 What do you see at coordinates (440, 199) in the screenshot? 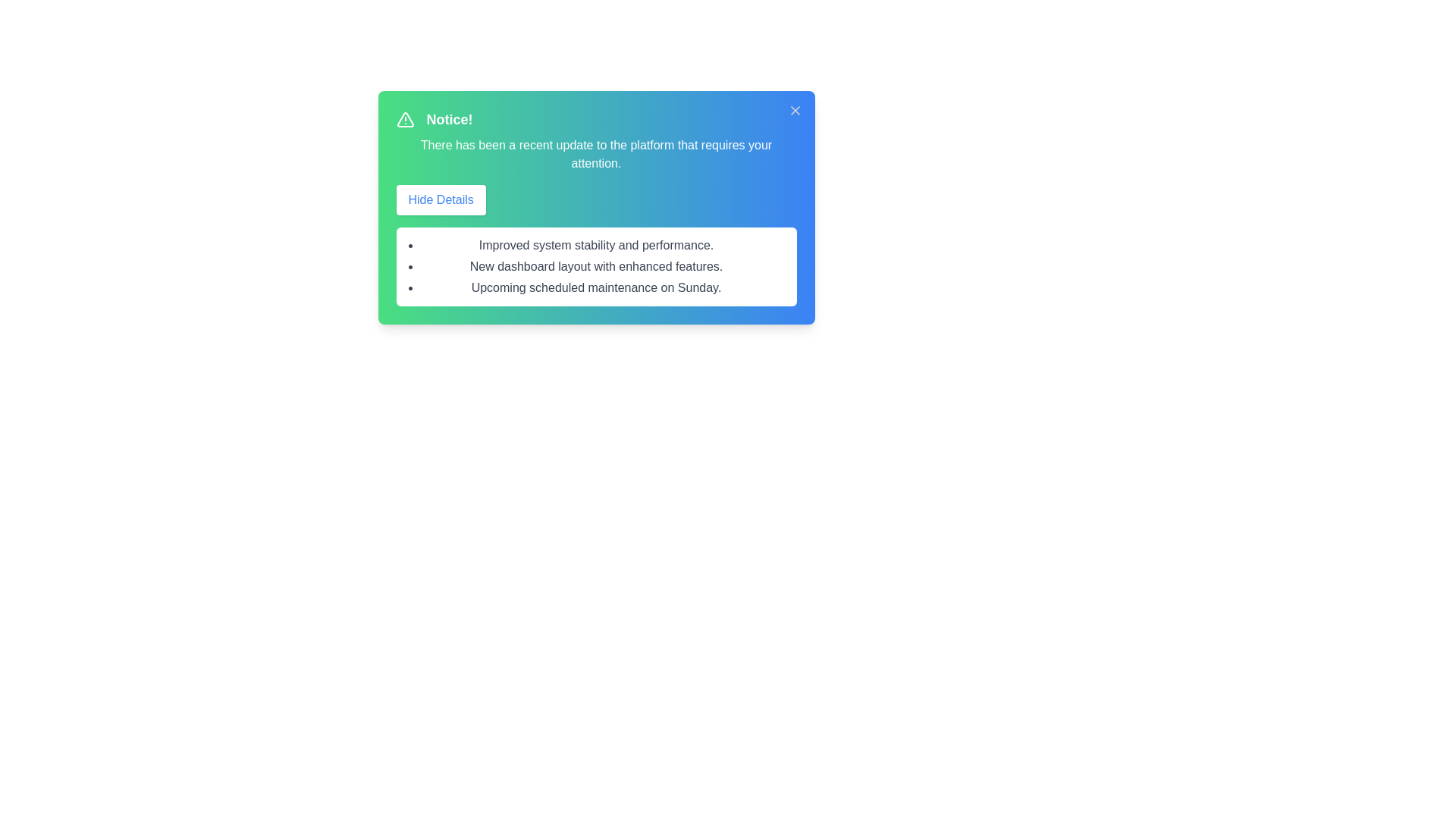
I see `the 'Hide Details' button to toggle the visibility of the details section` at bounding box center [440, 199].